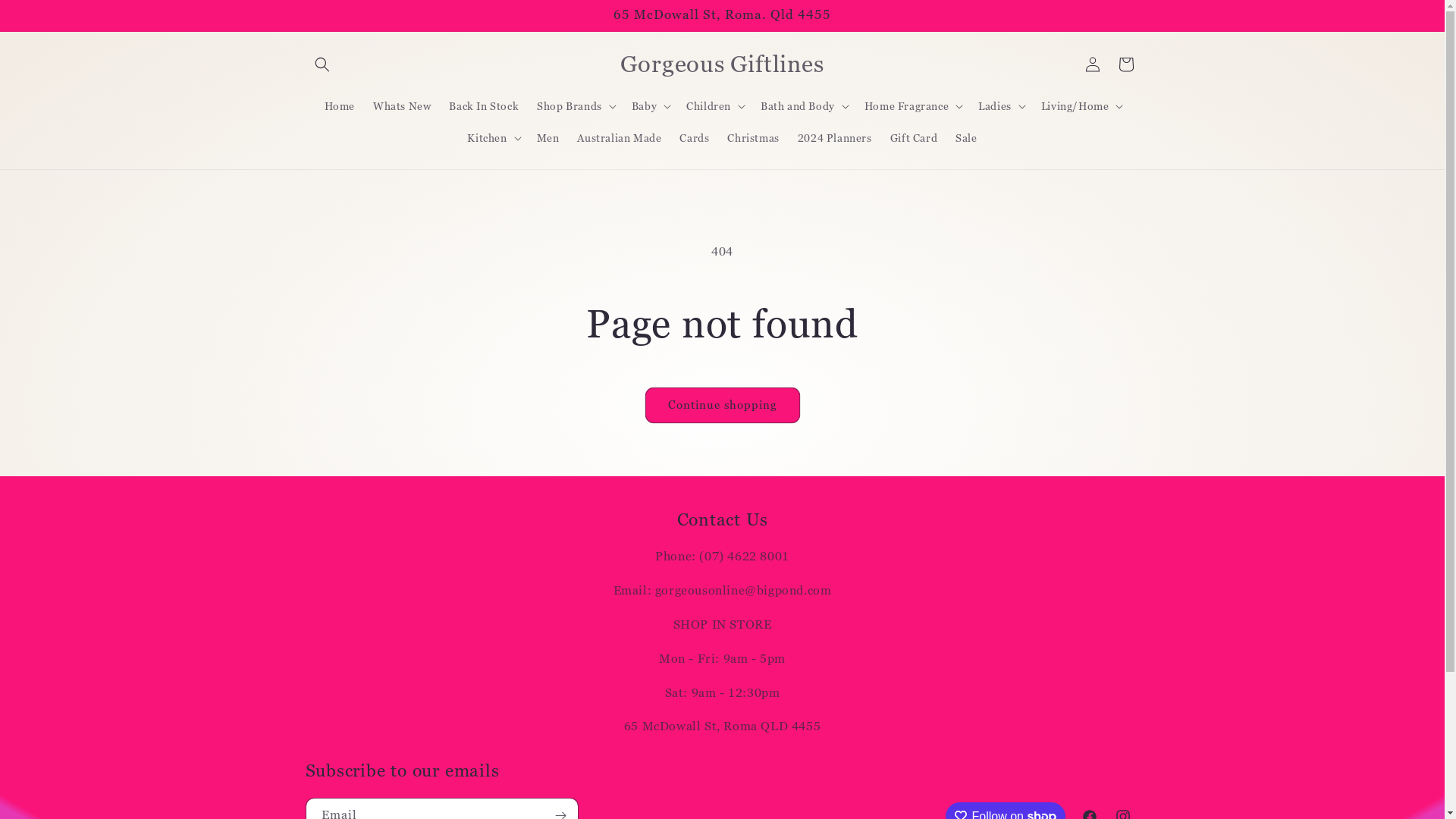 The height and width of the screenshot is (819, 1456). What do you see at coordinates (483, 104) in the screenshot?
I see `'Back In Stock'` at bounding box center [483, 104].